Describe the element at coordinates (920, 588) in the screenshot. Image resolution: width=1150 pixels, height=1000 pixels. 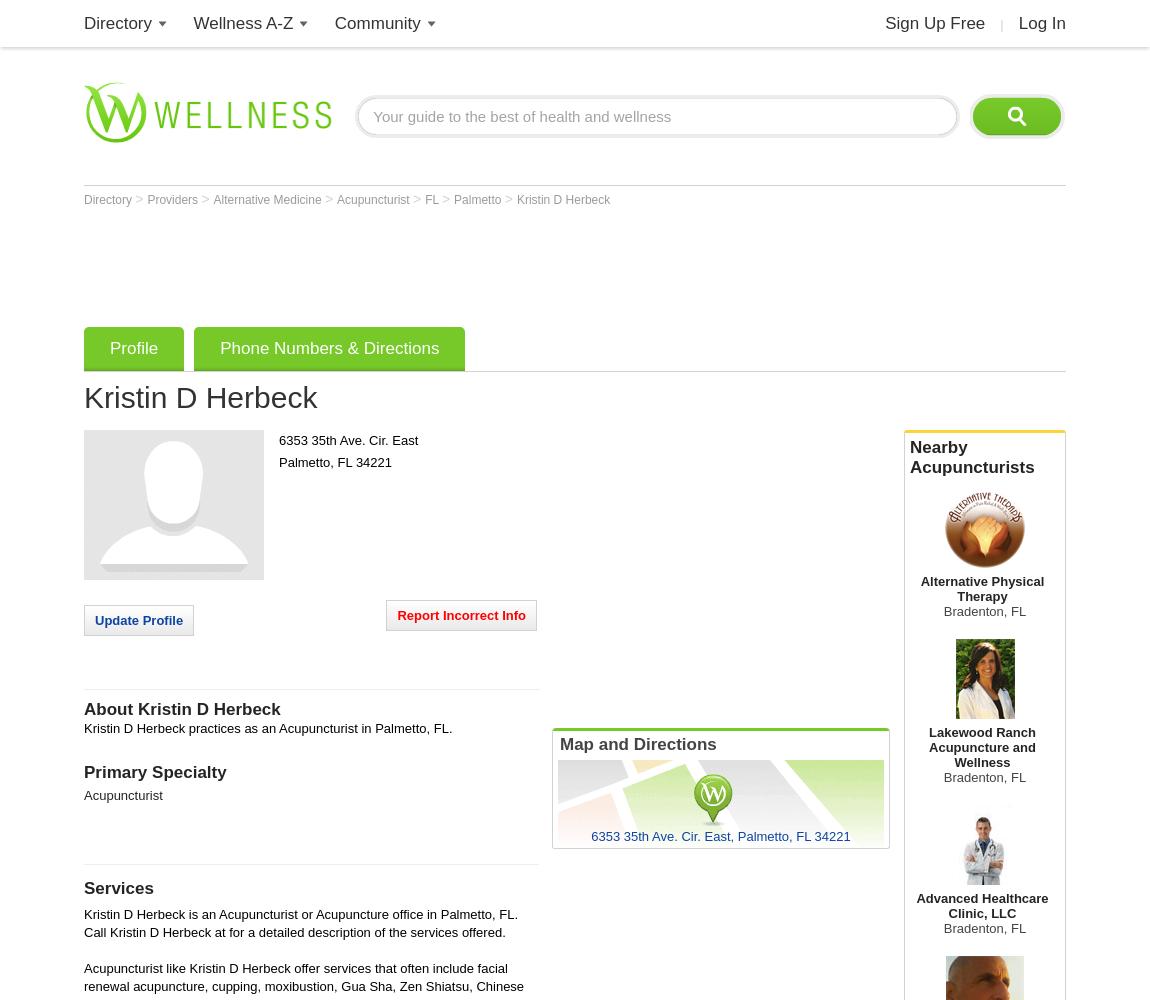
I see `'Alternative Physical Therapy'` at that location.